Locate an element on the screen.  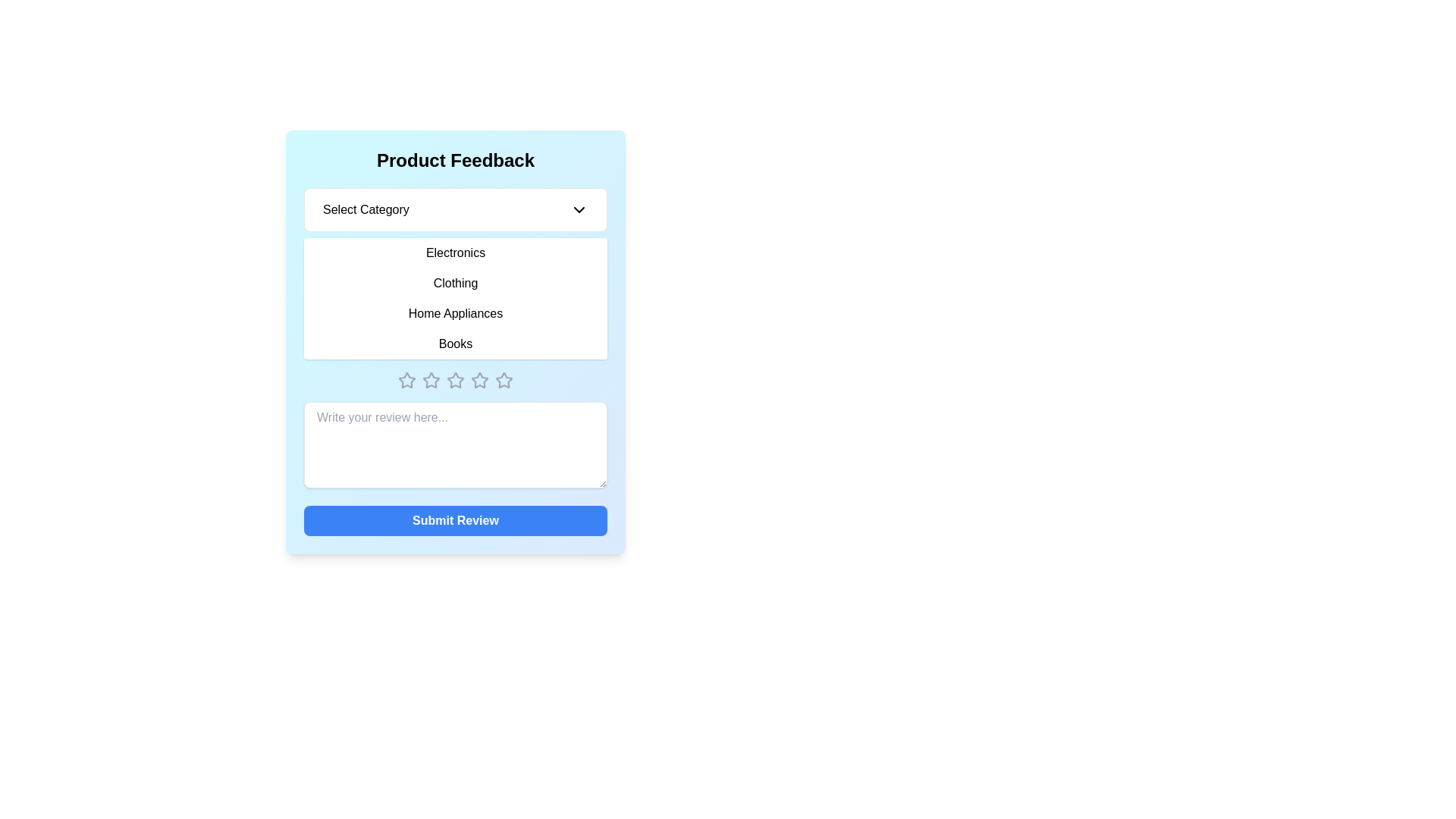
the third star rating icon, which is light gray and hollow is located at coordinates (454, 379).